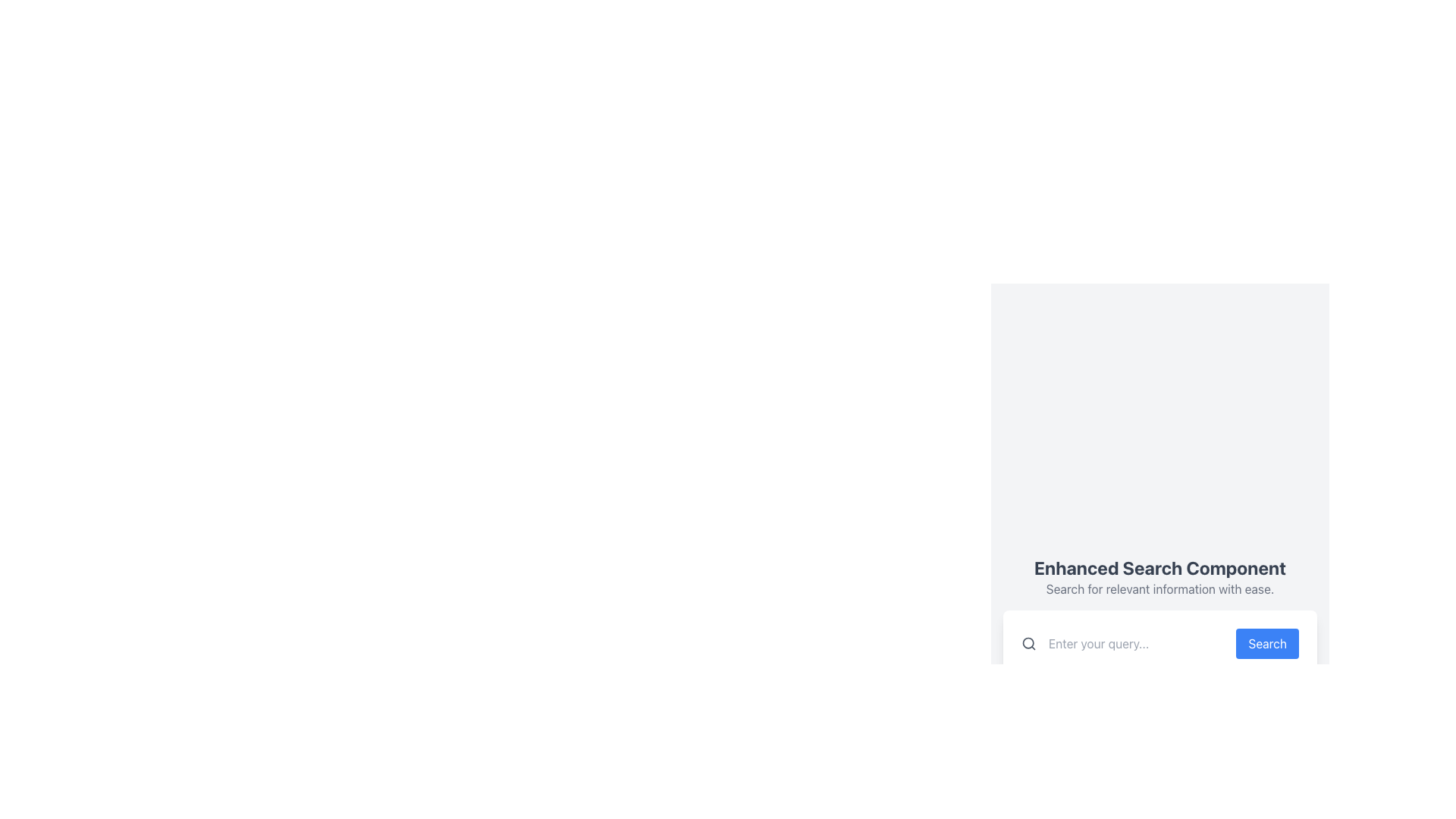 The width and height of the screenshot is (1456, 819). I want to click on the title text introducing the Enhanced Search Component feature, located above the lighter gray subtitle, so click(1159, 567).